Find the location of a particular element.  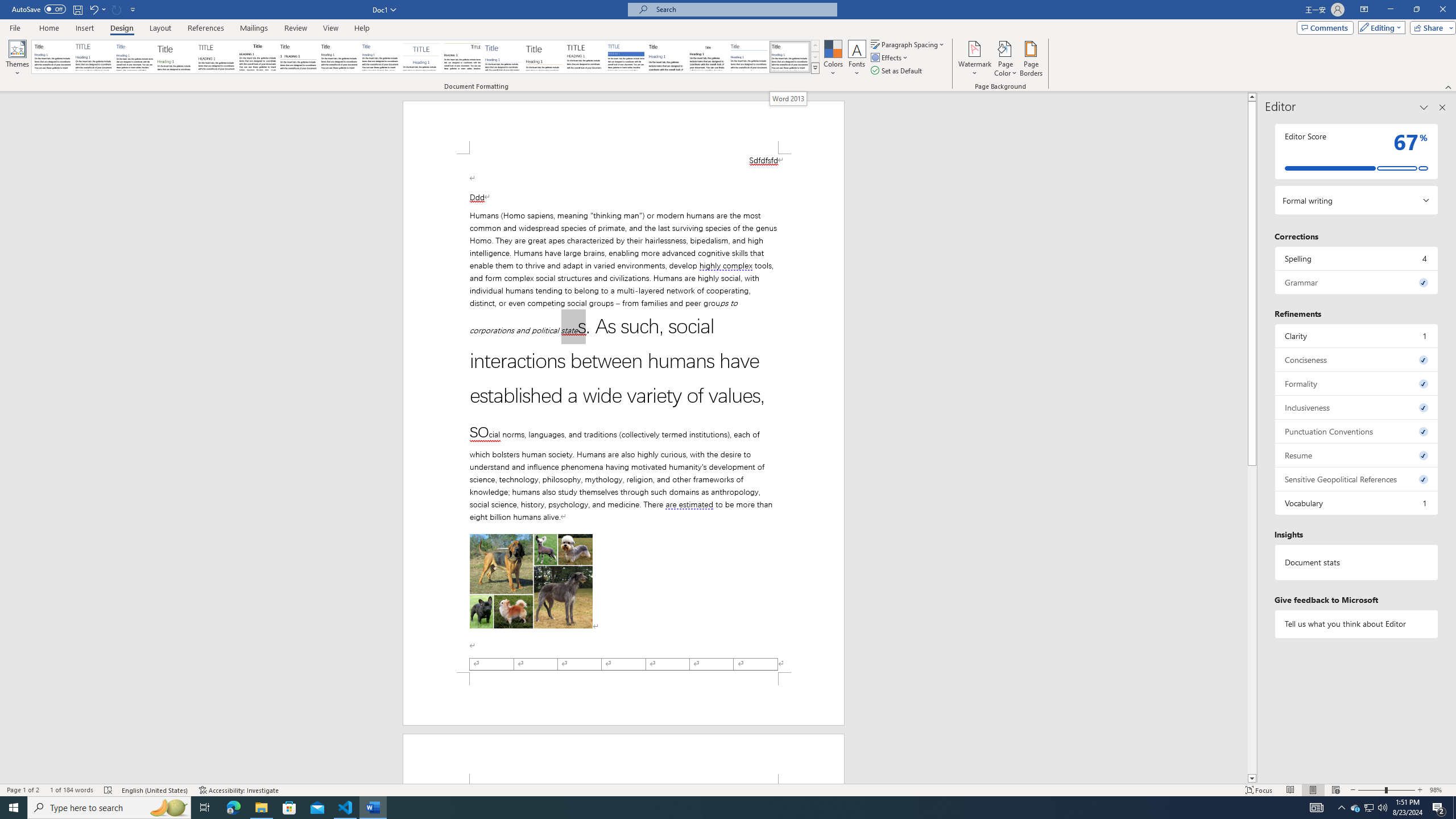

'Can' is located at coordinates (117, 9).